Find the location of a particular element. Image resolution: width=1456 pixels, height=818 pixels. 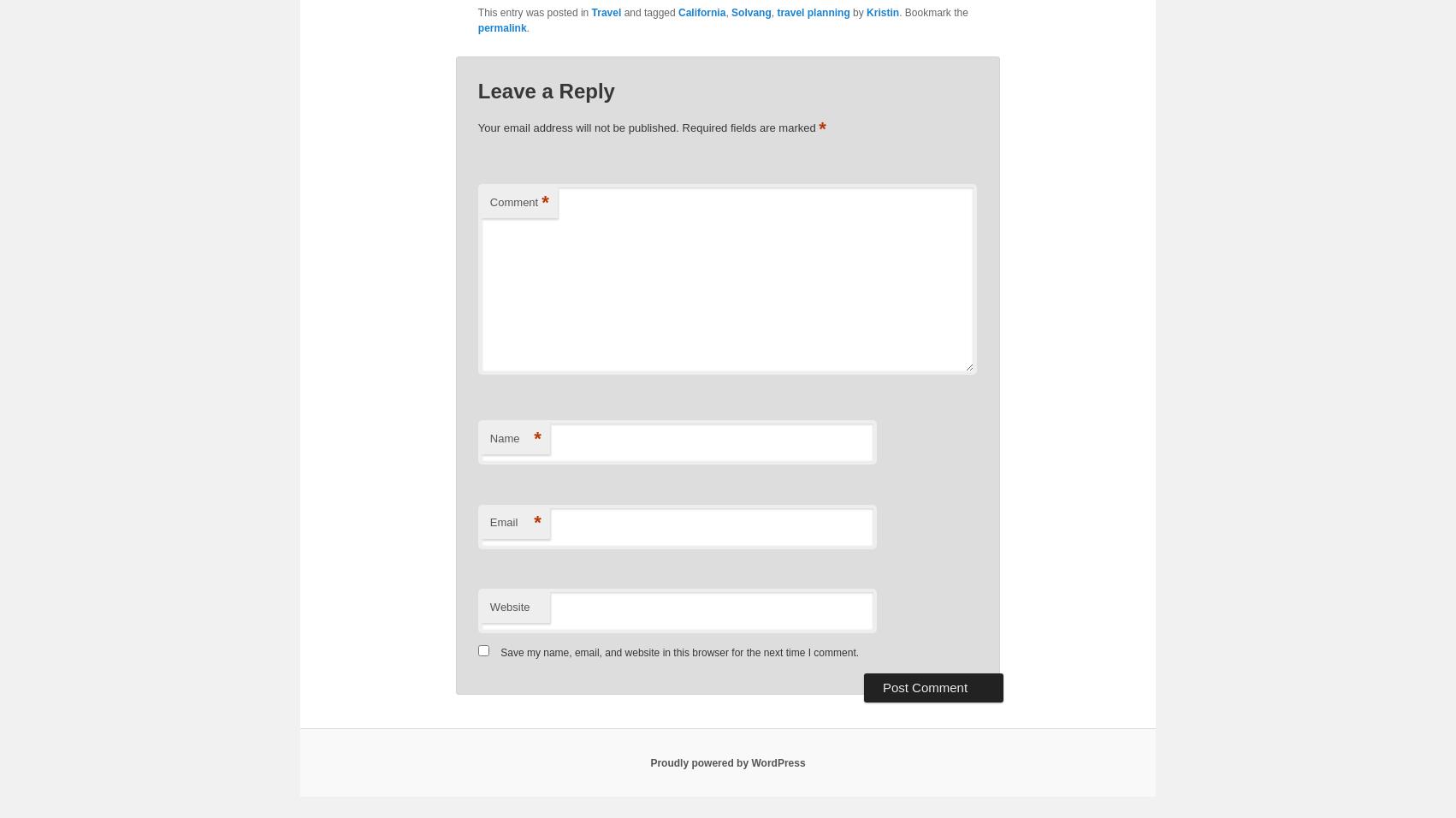

'Proudly powered by WordPress' is located at coordinates (726, 762).